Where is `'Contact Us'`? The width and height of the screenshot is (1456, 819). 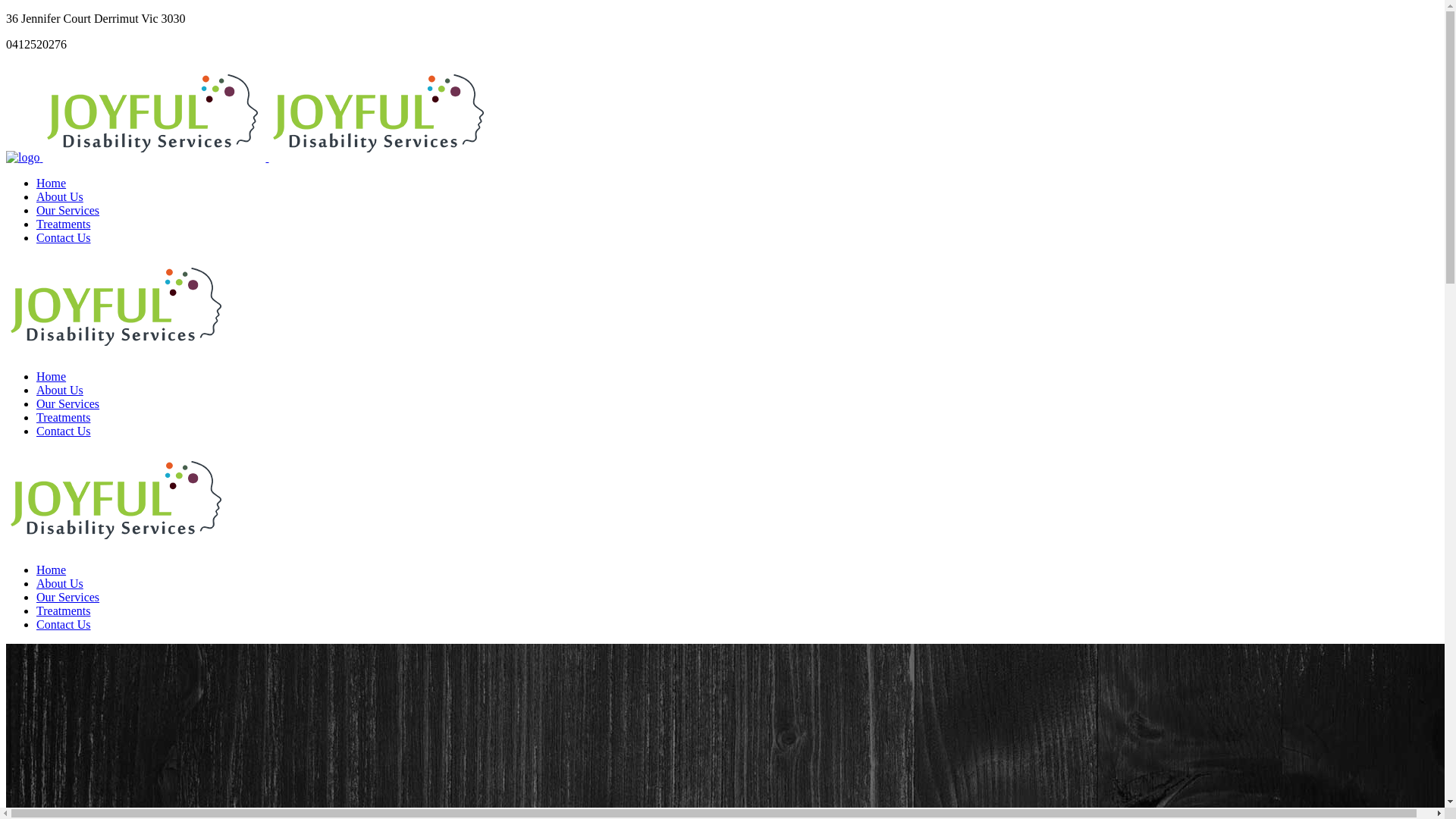
'Contact Us' is located at coordinates (62, 431).